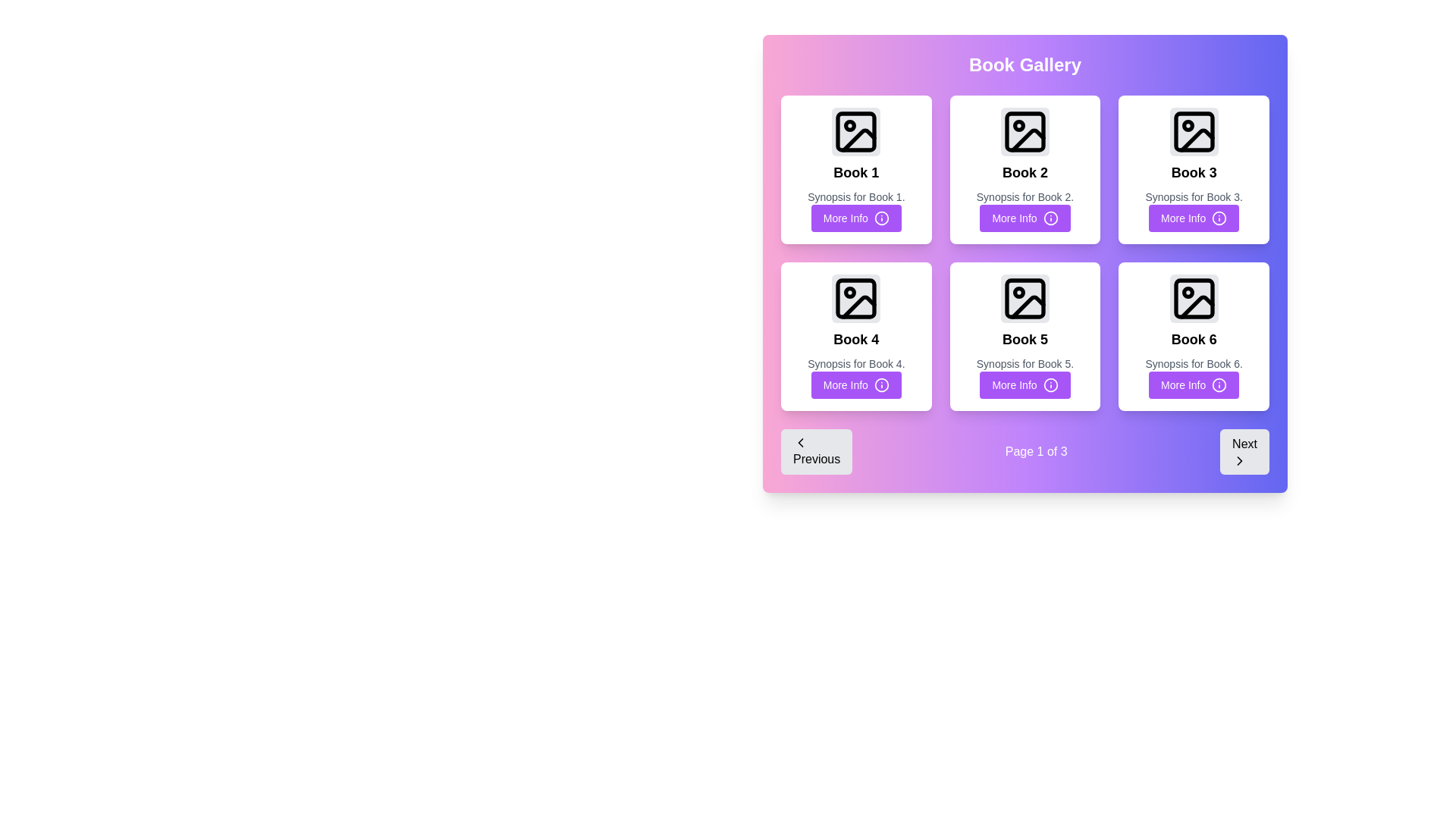 The image size is (1456, 819). Describe the element at coordinates (1187, 124) in the screenshot. I see `the small circle indicating status within the placeholder image of the 'Book 3' card located in the top-right corner` at that location.